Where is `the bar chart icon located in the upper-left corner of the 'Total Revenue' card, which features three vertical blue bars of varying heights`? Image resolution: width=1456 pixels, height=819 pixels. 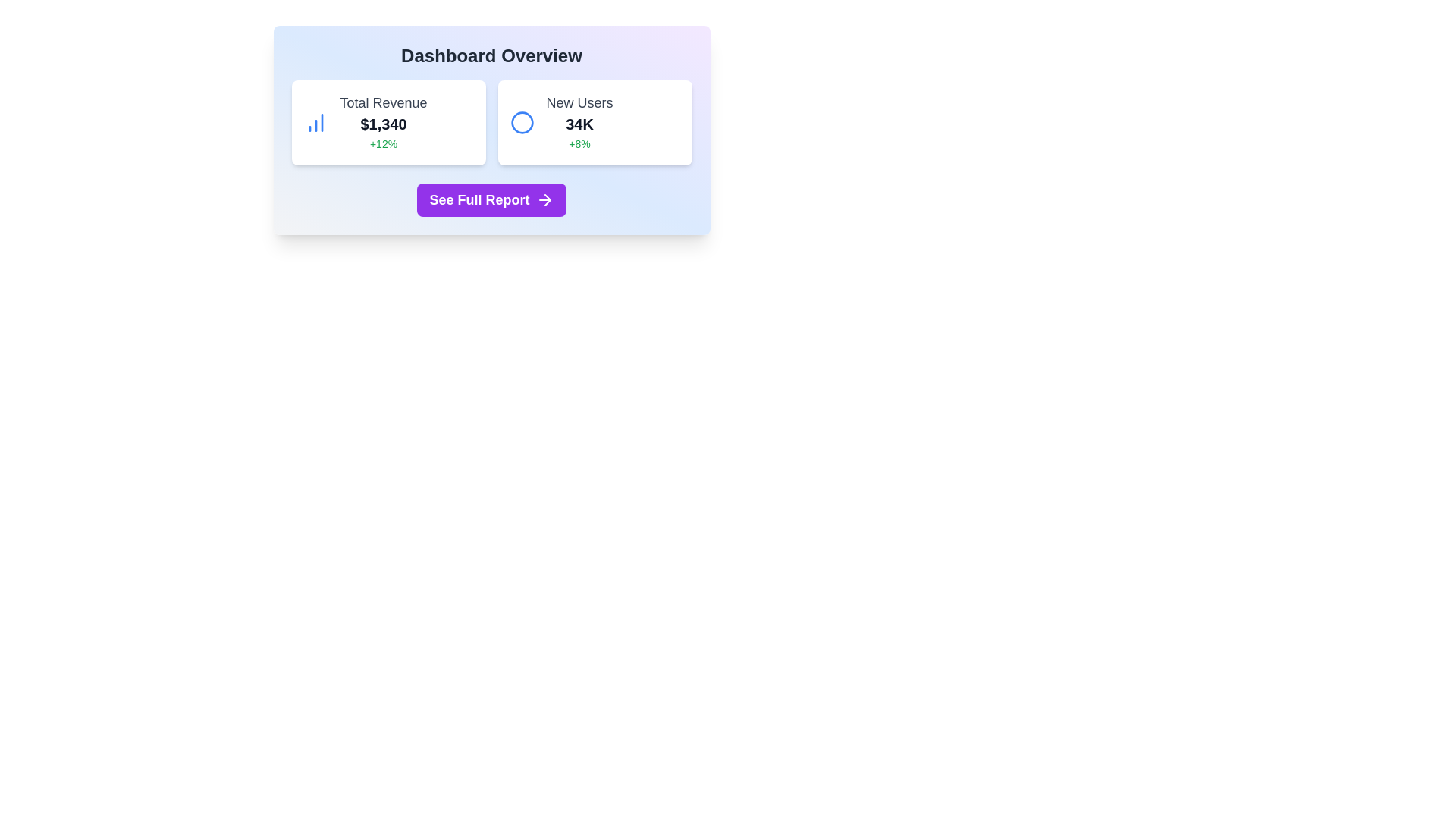
the bar chart icon located in the upper-left corner of the 'Total Revenue' card, which features three vertical blue bars of varying heights is located at coordinates (315, 122).